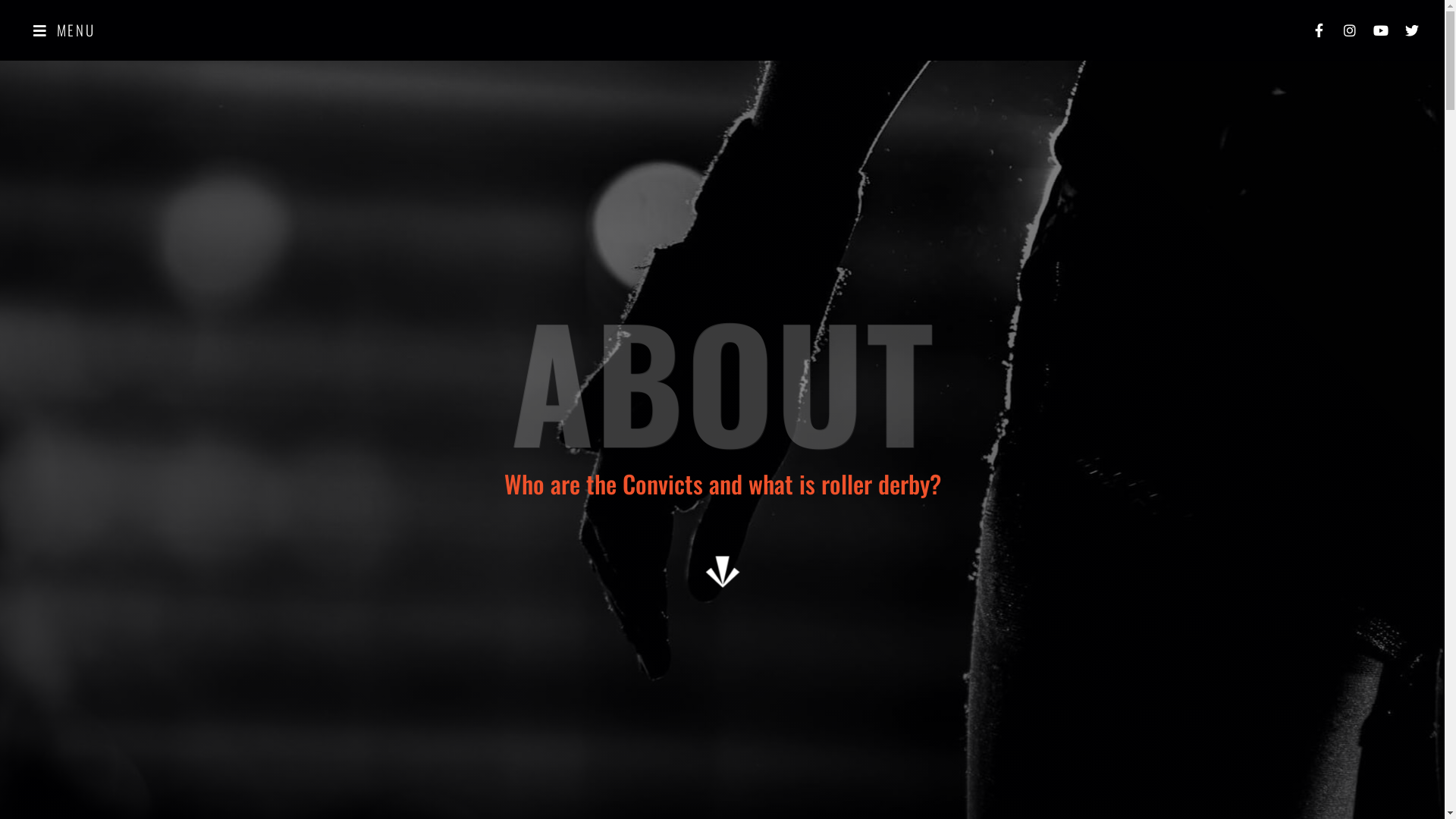 The image size is (1456, 819). What do you see at coordinates (1317, 30) in the screenshot?
I see `'Facebook'` at bounding box center [1317, 30].